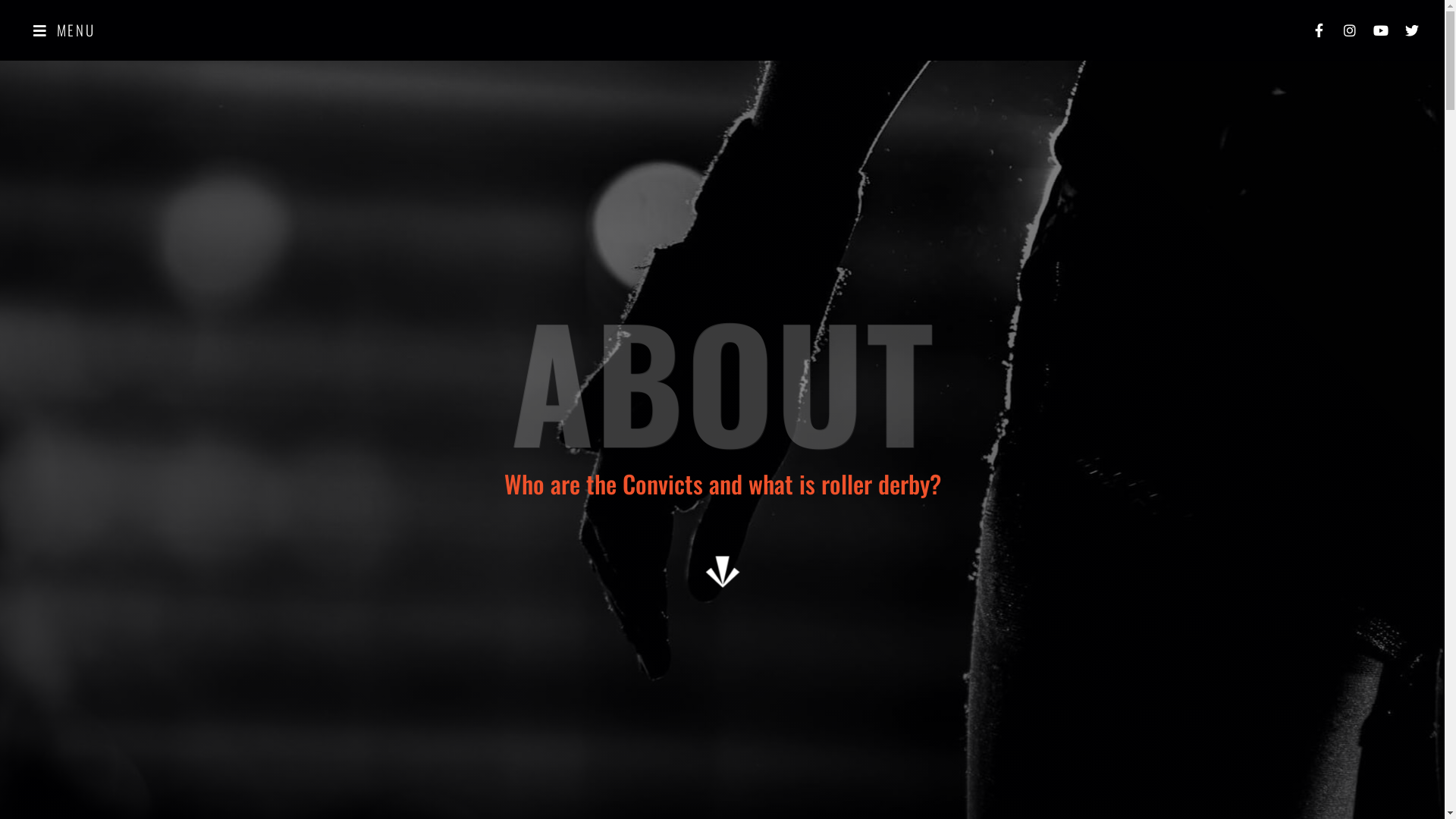 The image size is (1456, 819). What do you see at coordinates (1317, 30) in the screenshot?
I see `'Facebook'` at bounding box center [1317, 30].